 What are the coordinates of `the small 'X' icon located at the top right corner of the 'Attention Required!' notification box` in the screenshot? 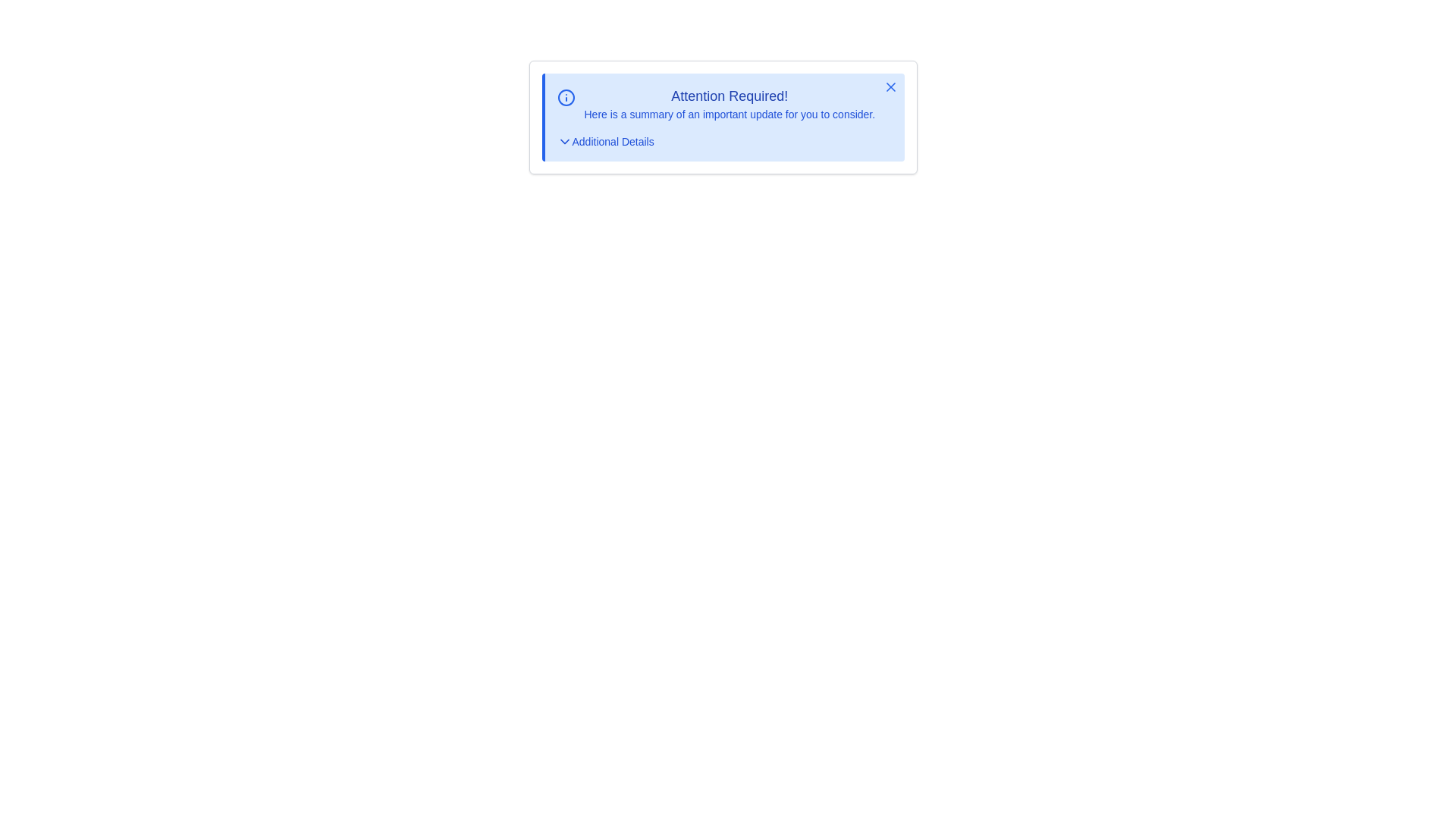 It's located at (890, 87).